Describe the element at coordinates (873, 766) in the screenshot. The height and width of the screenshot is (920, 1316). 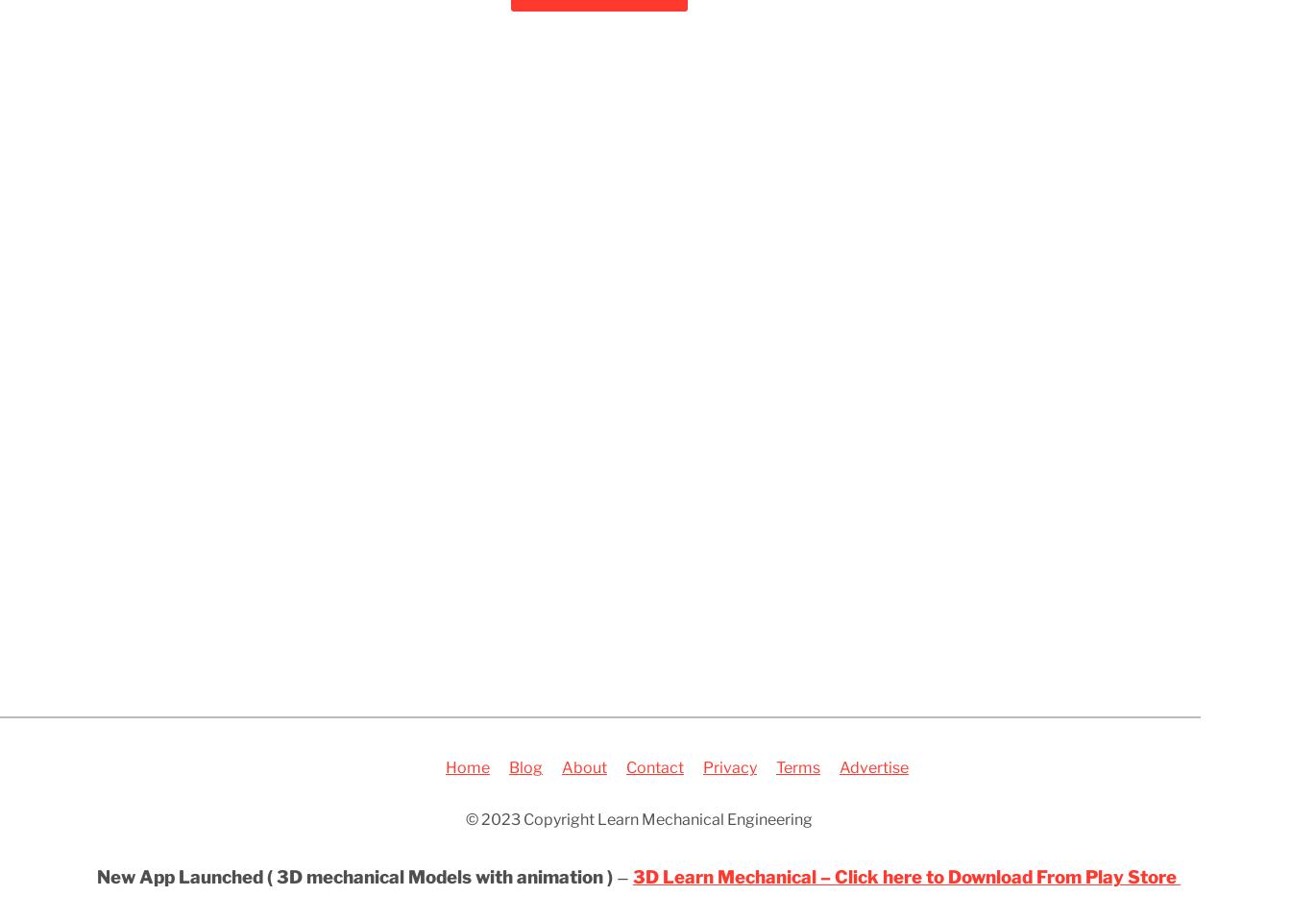
I see `'Advertise'` at that location.